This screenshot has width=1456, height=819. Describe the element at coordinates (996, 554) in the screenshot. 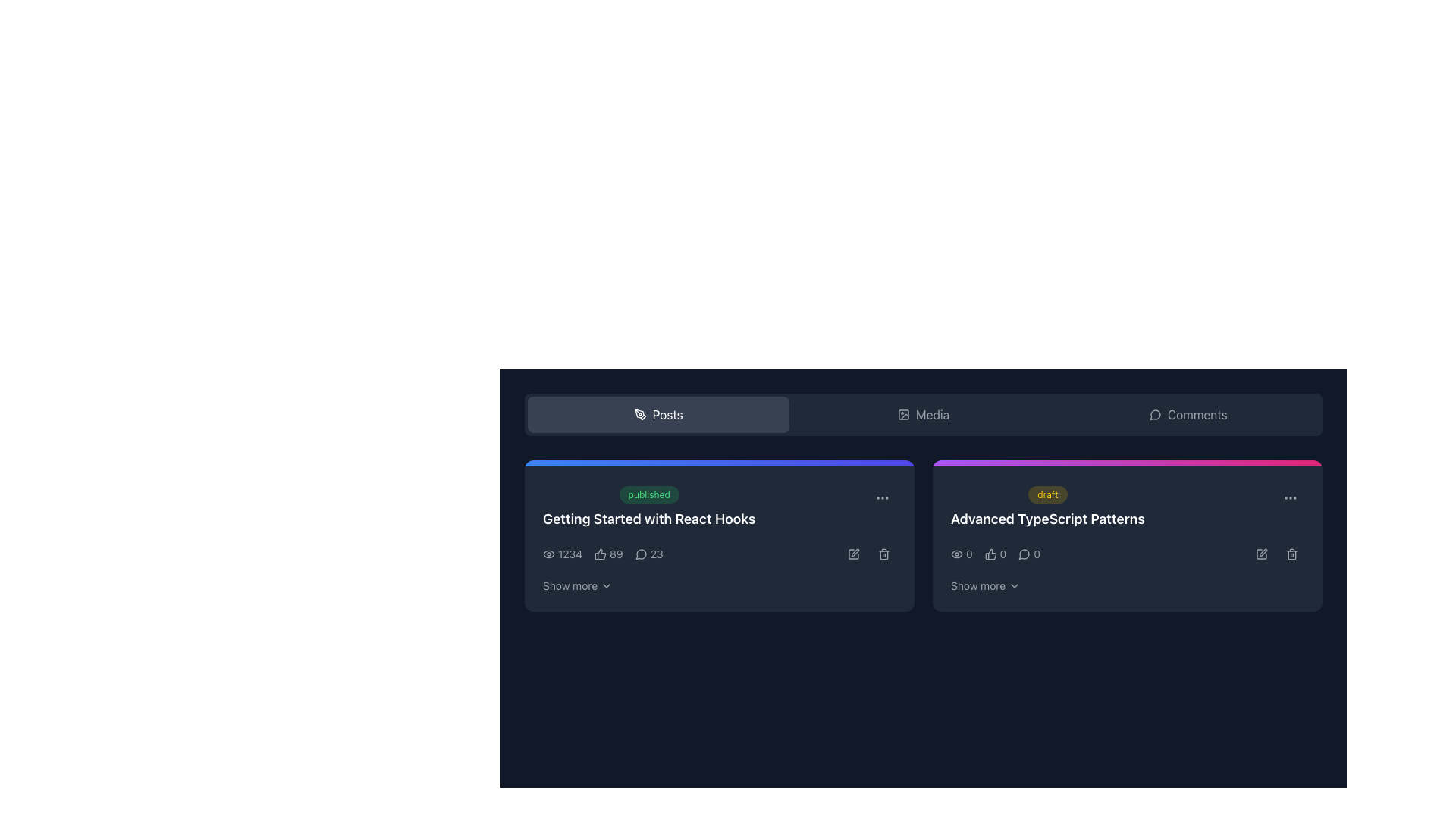

I see `the thumbs-up icon with the numeric count indicator displaying '0', located in the second card titled 'Advanced TypeScript Patterns' on the right-hand side of the interface` at that location.